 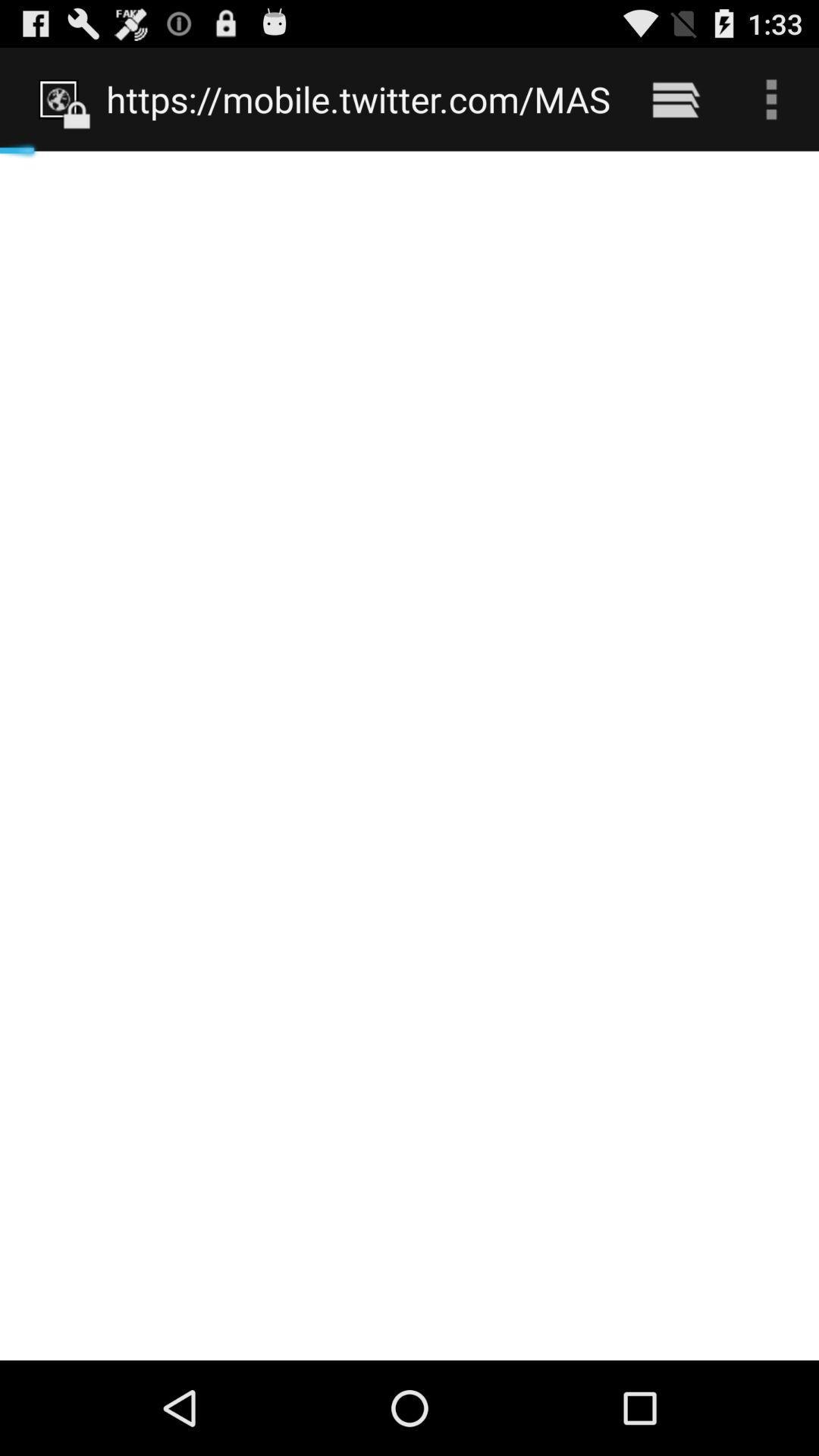 I want to click on the icon below https mobile twitter item, so click(x=409, y=755).